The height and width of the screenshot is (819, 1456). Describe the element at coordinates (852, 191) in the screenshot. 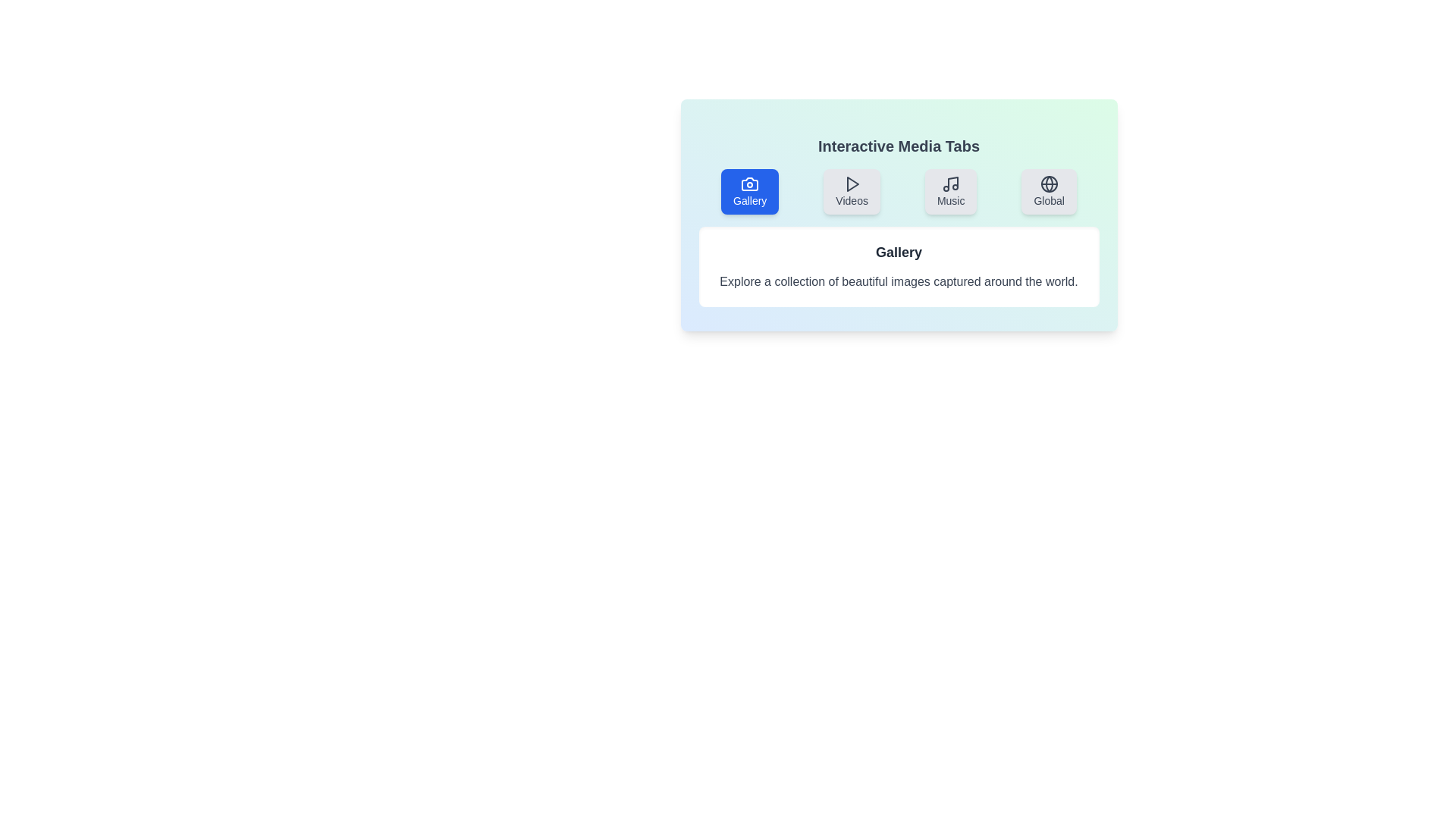

I see `the tab labeled 'Videos'` at that location.